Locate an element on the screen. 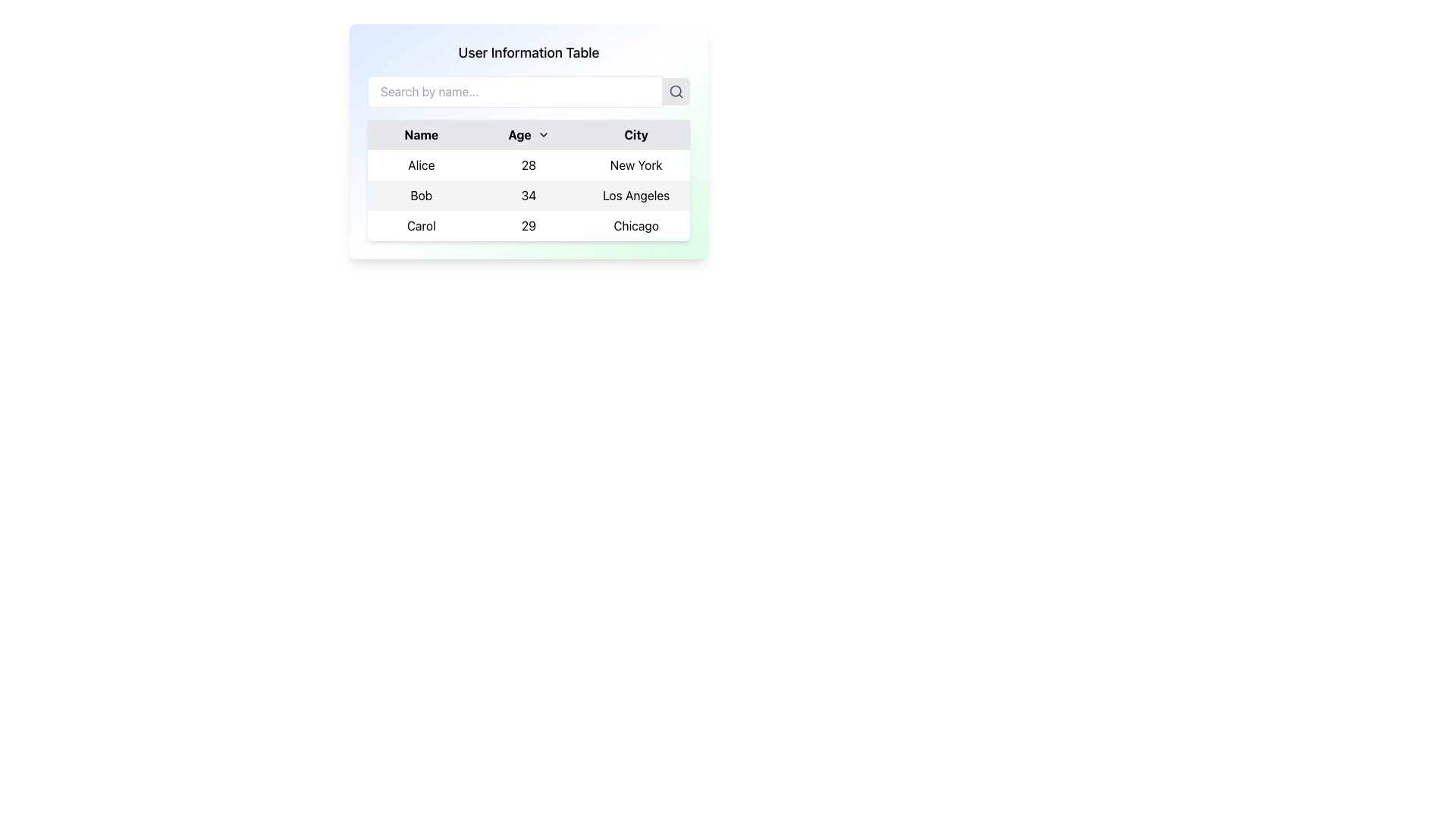 This screenshot has width=1456, height=819. the downward-pointing chevron icon in the header section of the 'Age' column is located at coordinates (543, 133).